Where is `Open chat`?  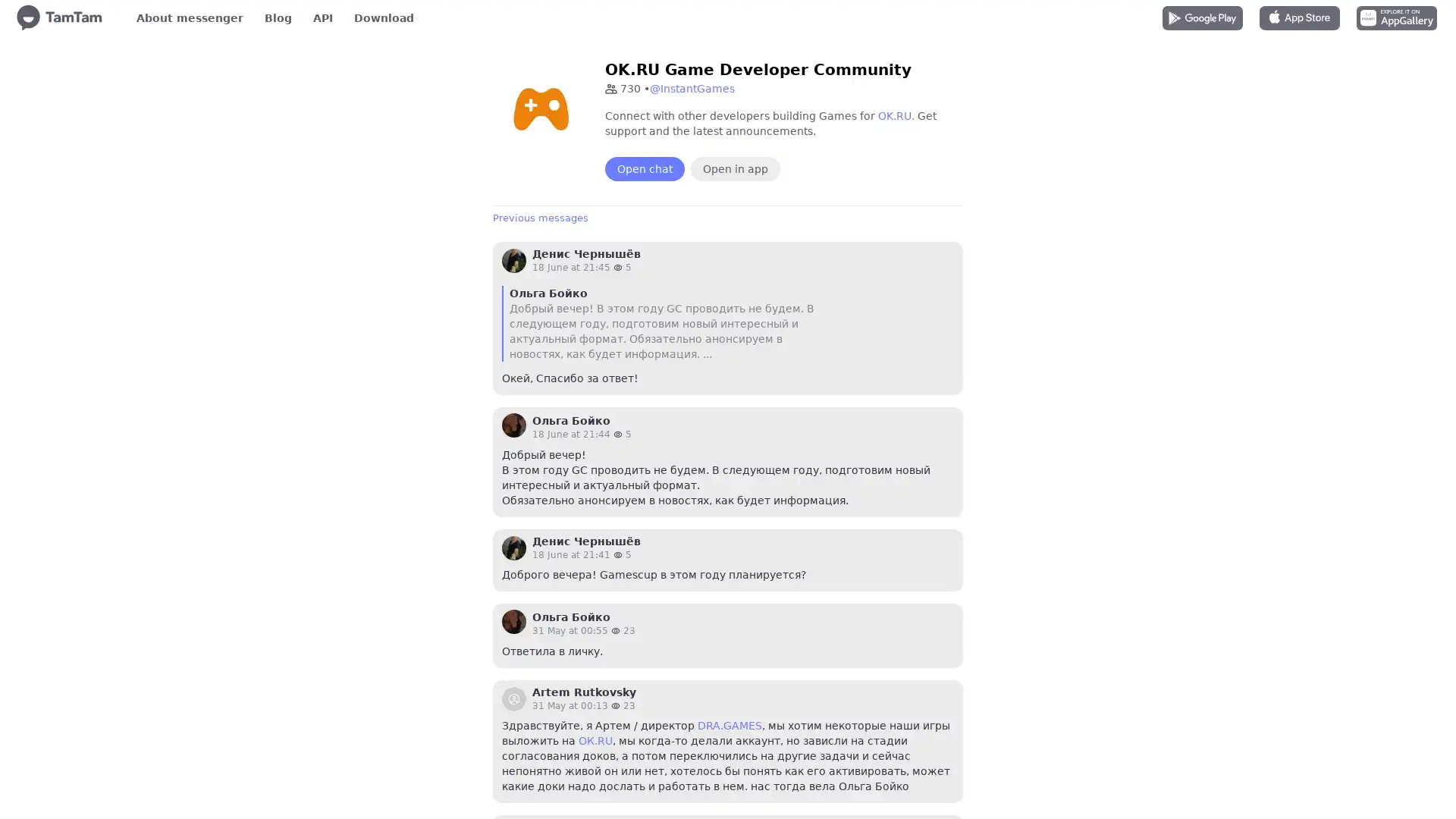
Open chat is located at coordinates (645, 169).